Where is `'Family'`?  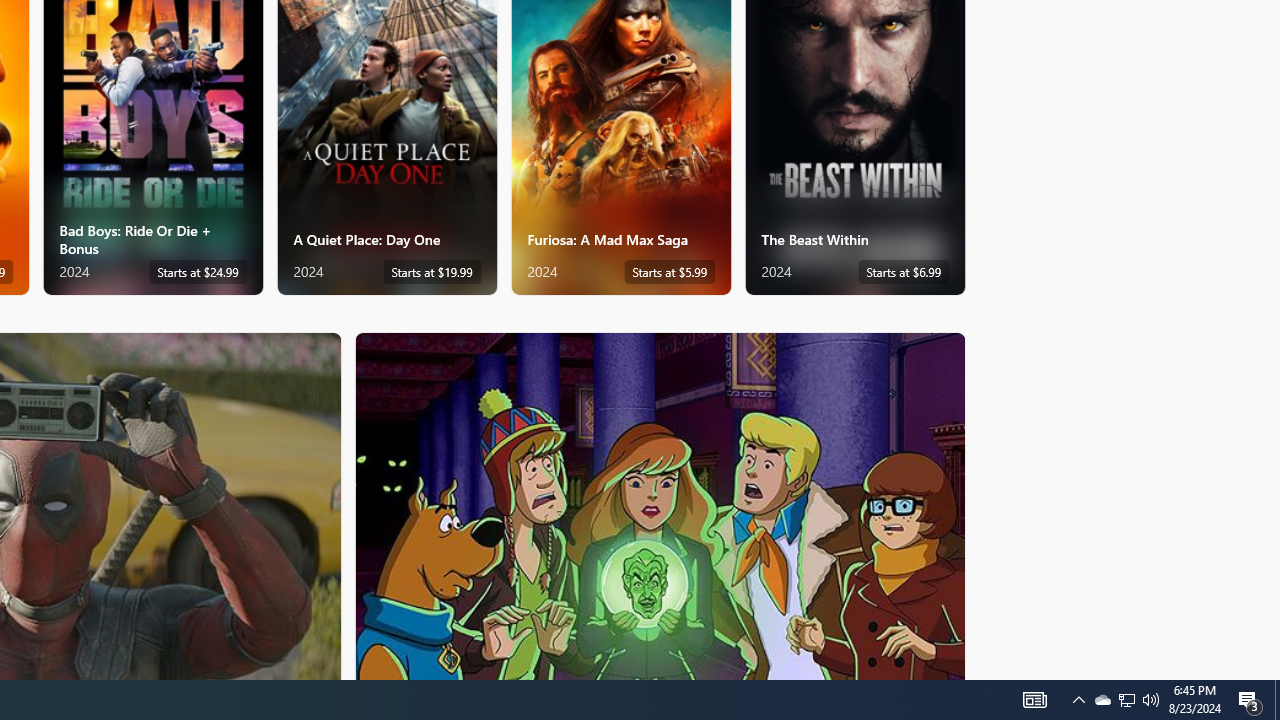 'Family' is located at coordinates (660, 504).